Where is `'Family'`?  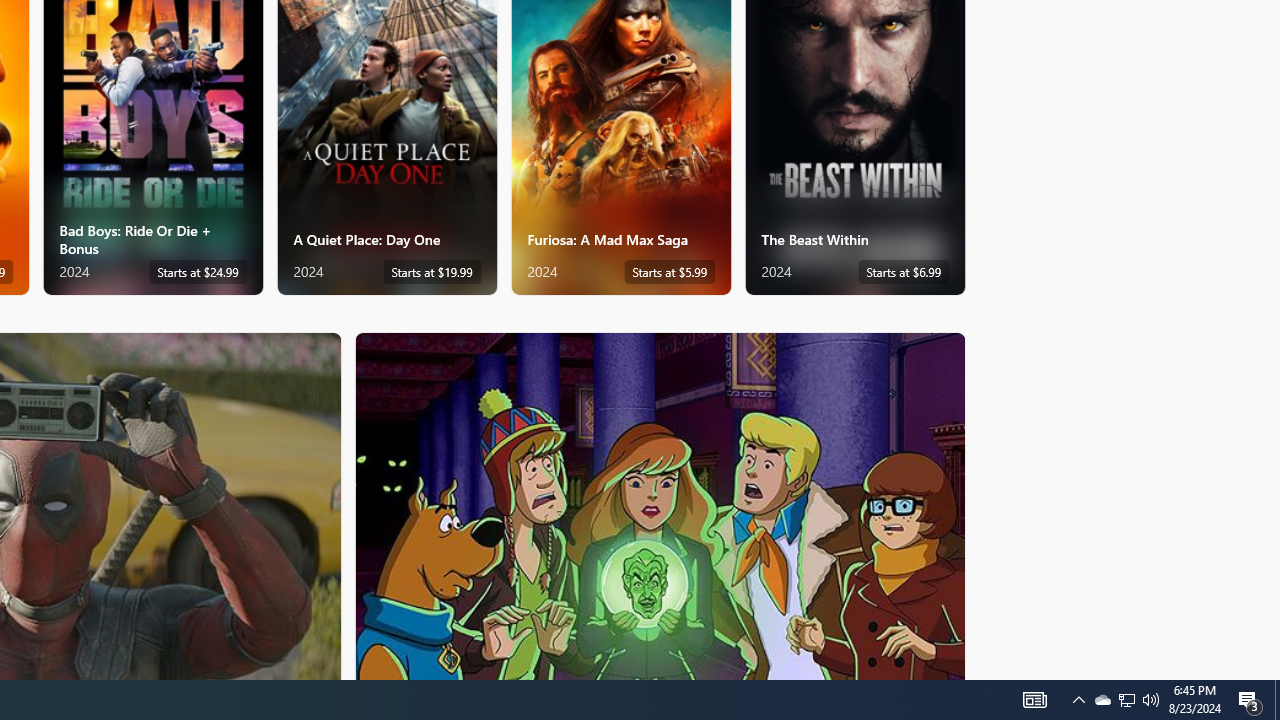 'Family' is located at coordinates (660, 504).